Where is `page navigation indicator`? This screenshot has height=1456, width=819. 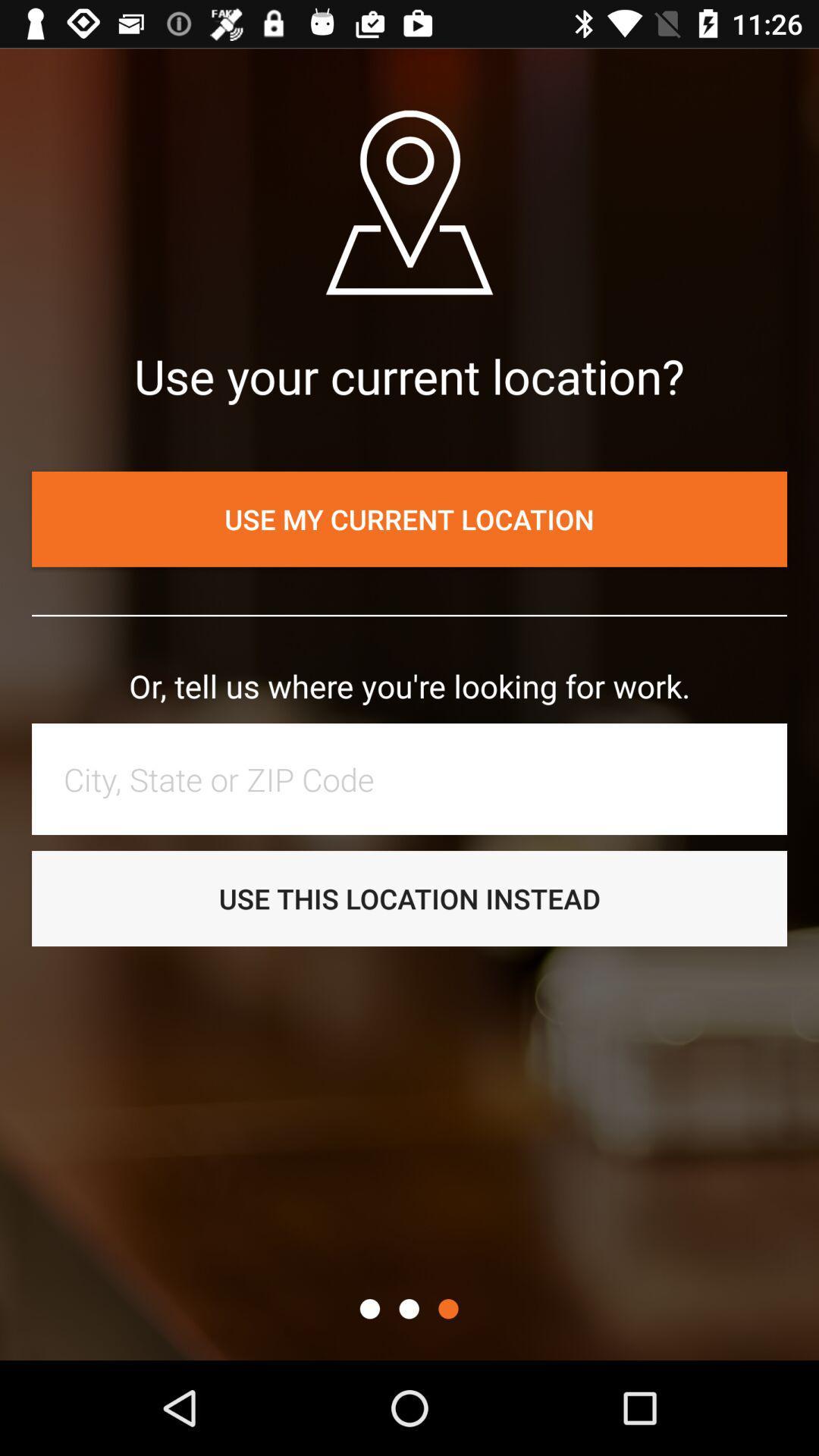
page navigation indicator is located at coordinates (408, 1308).